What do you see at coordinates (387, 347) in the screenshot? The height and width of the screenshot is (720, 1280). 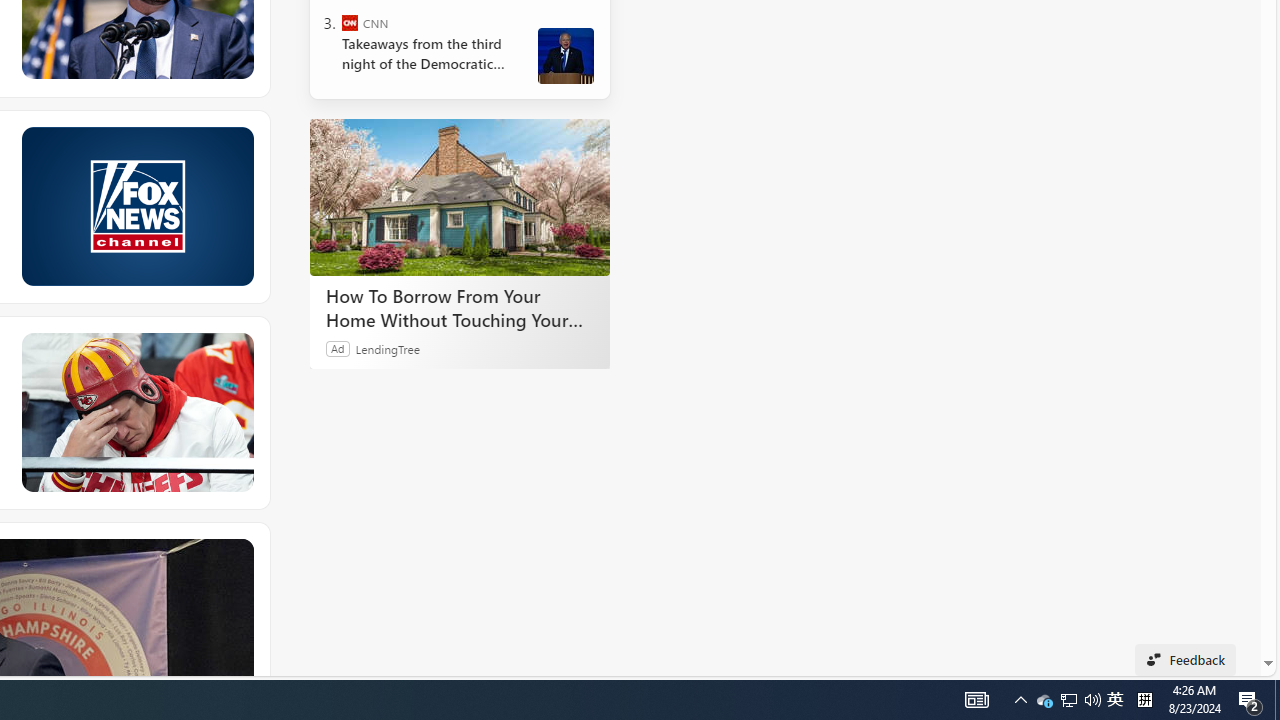 I see `'LendingTree'` at bounding box center [387, 347].